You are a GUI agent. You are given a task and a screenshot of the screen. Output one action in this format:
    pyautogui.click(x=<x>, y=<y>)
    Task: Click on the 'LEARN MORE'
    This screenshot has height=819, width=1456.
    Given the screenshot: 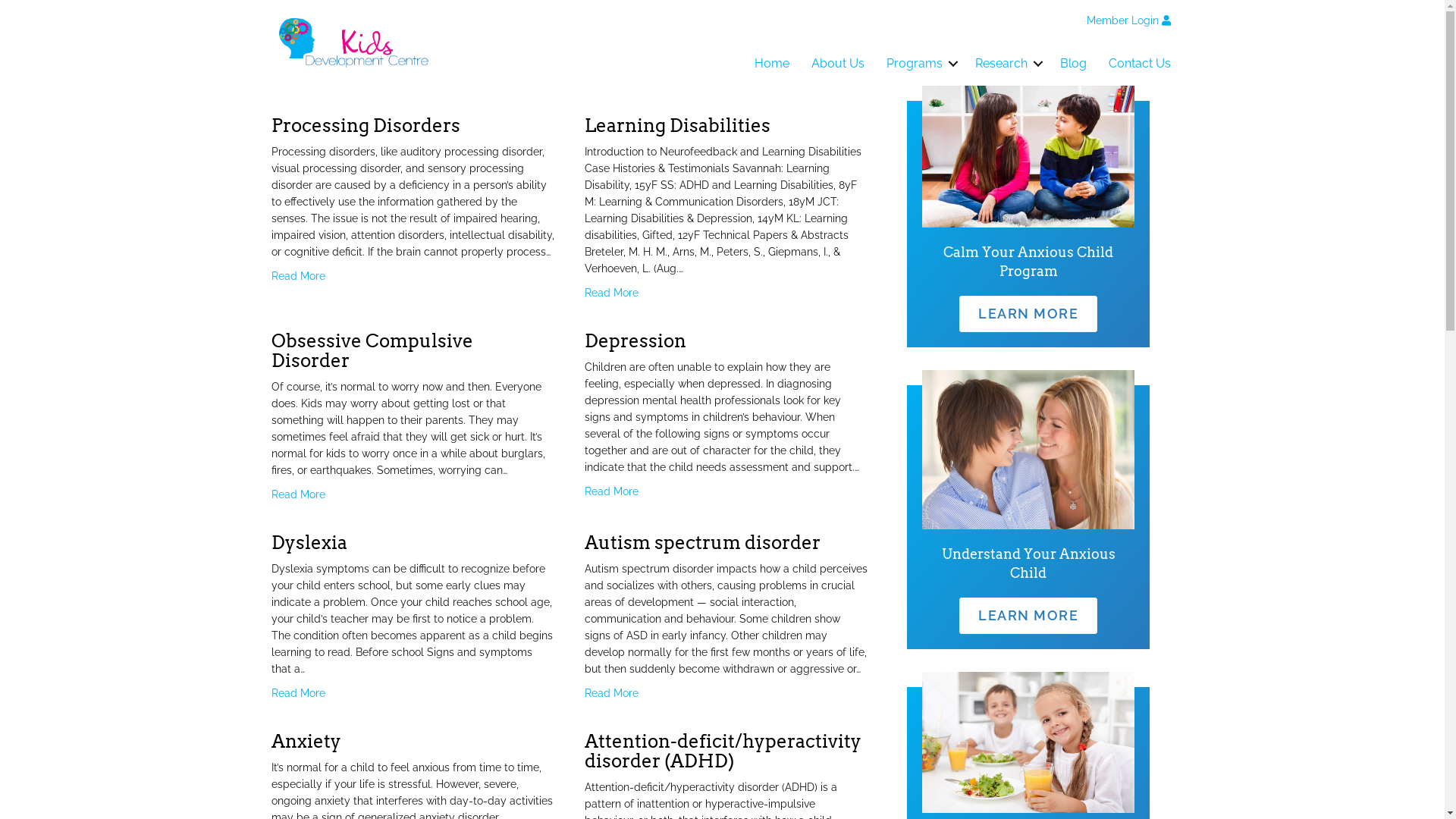 What is the action you would take?
    pyautogui.click(x=1028, y=312)
    